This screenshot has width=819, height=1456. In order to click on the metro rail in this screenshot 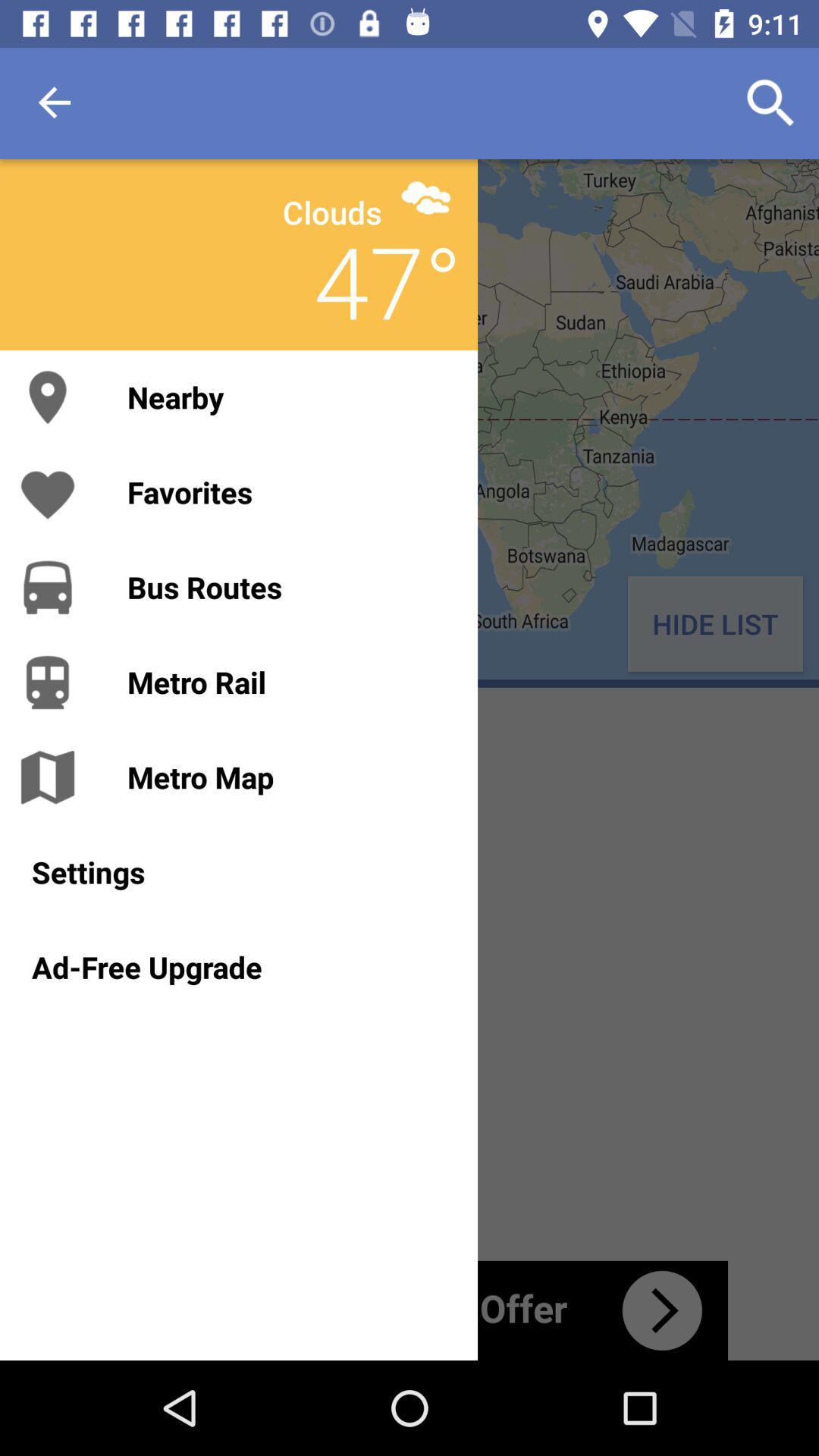, I will do `click(287, 681)`.